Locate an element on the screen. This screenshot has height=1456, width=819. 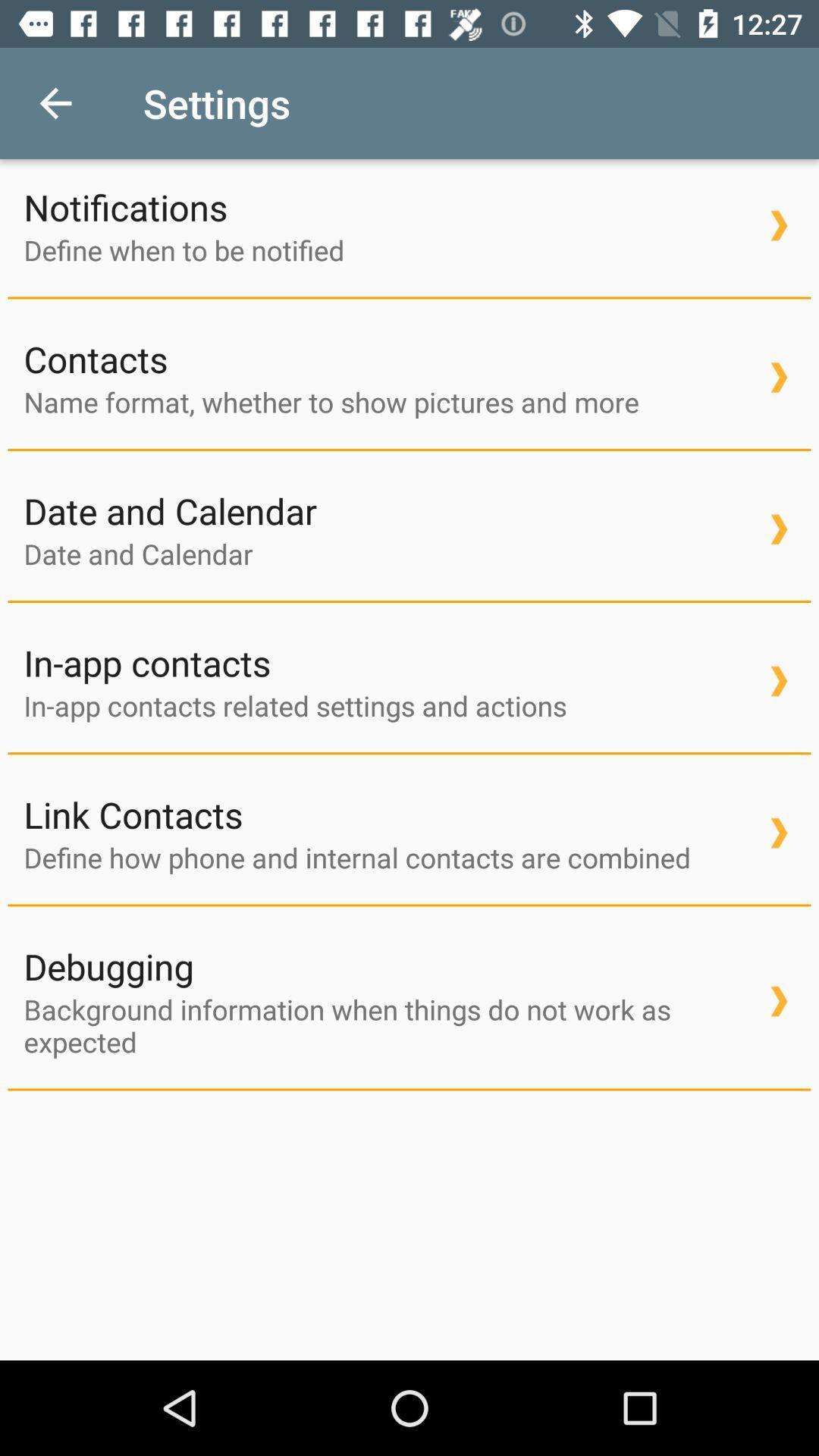
the icon to the left of settings icon is located at coordinates (55, 102).